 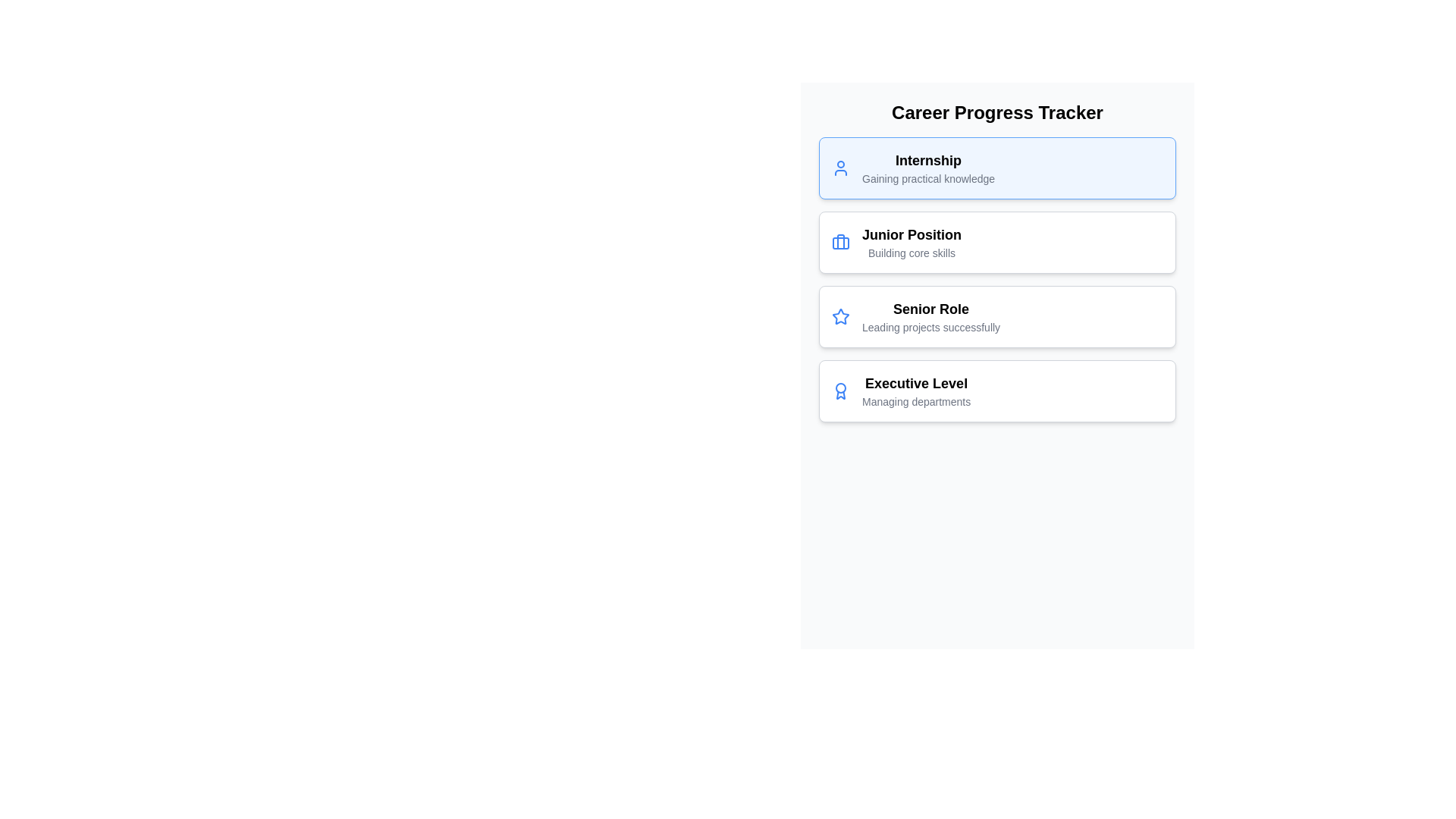 What do you see at coordinates (839, 242) in the screenshot?
I see `the 'Junior Position' icon located in the second card entry of the 'Career Progress Tracker' list` at bounding box center [839, 242].